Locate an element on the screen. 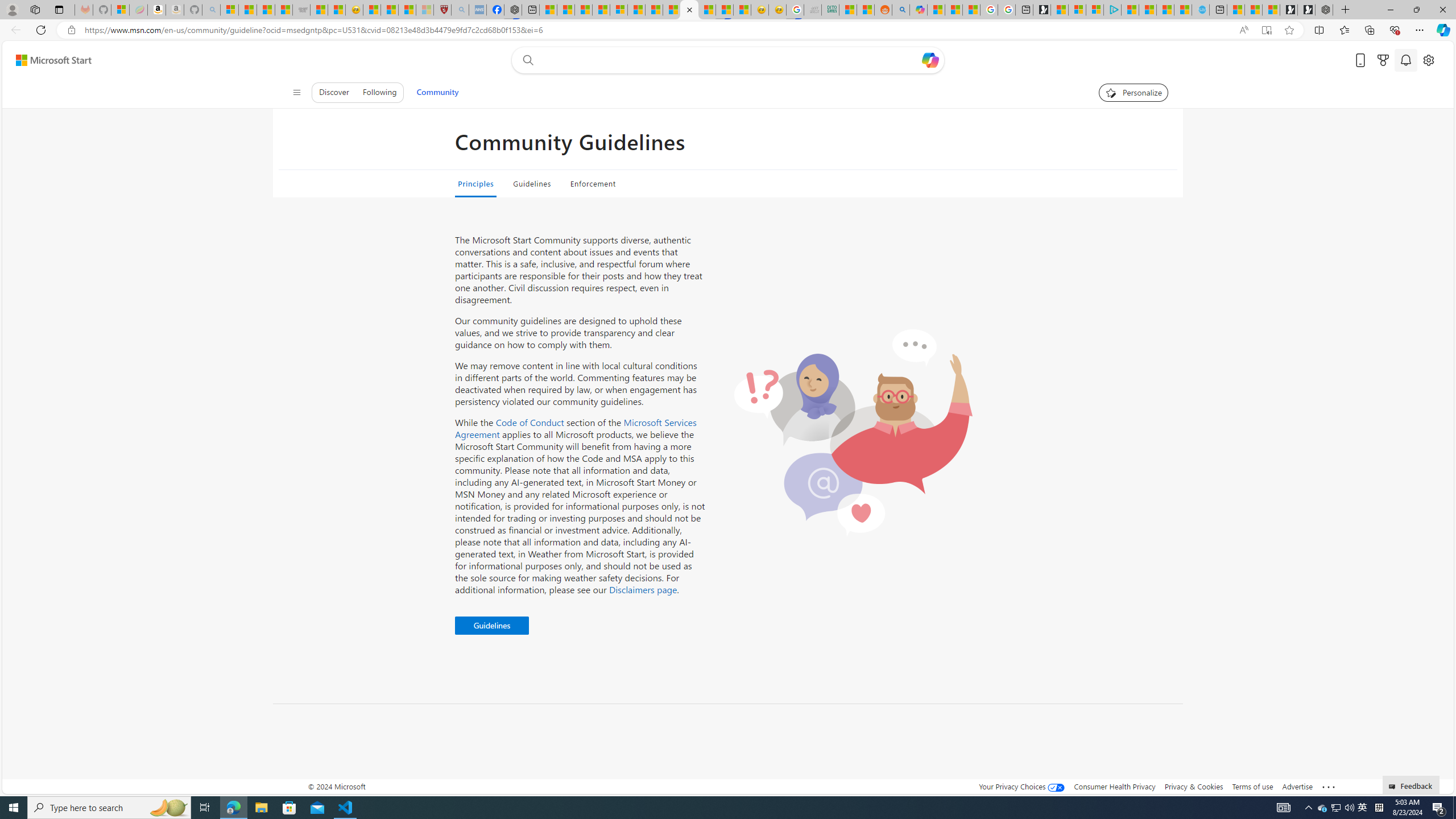 The image size is (1456, 819). 'Add this page to favorites (Ctrl+D)' is located at coordinates (1289, 30).